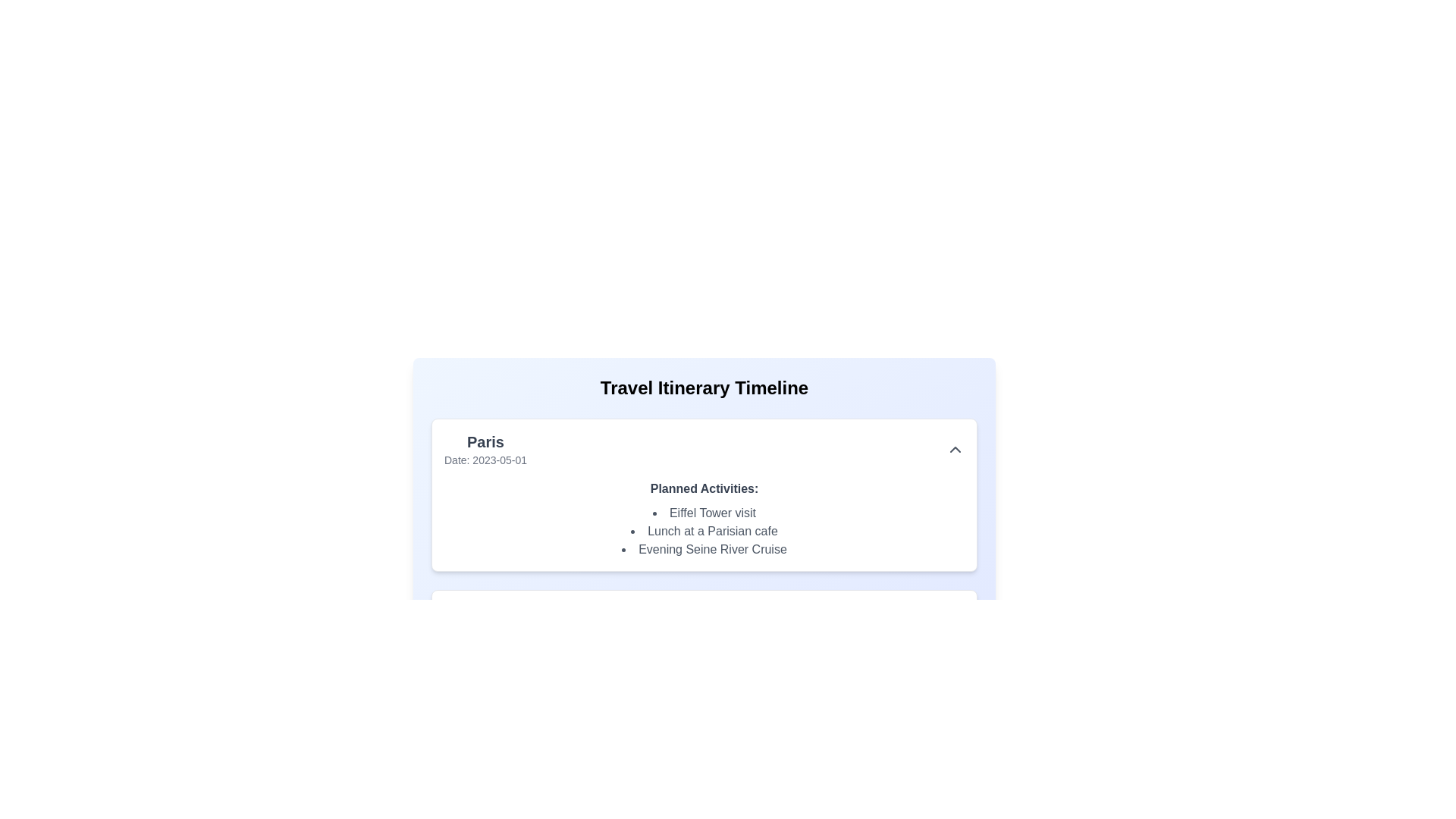 This screenshot has height=819, width=1456. What do you see at coordinates (704, 531) in the screenshot?
I see `the list representing planned activities for a specific part of the itinerary, located centrally beneath the header 'Planned Activities:'` at bounding box center [704, 531].